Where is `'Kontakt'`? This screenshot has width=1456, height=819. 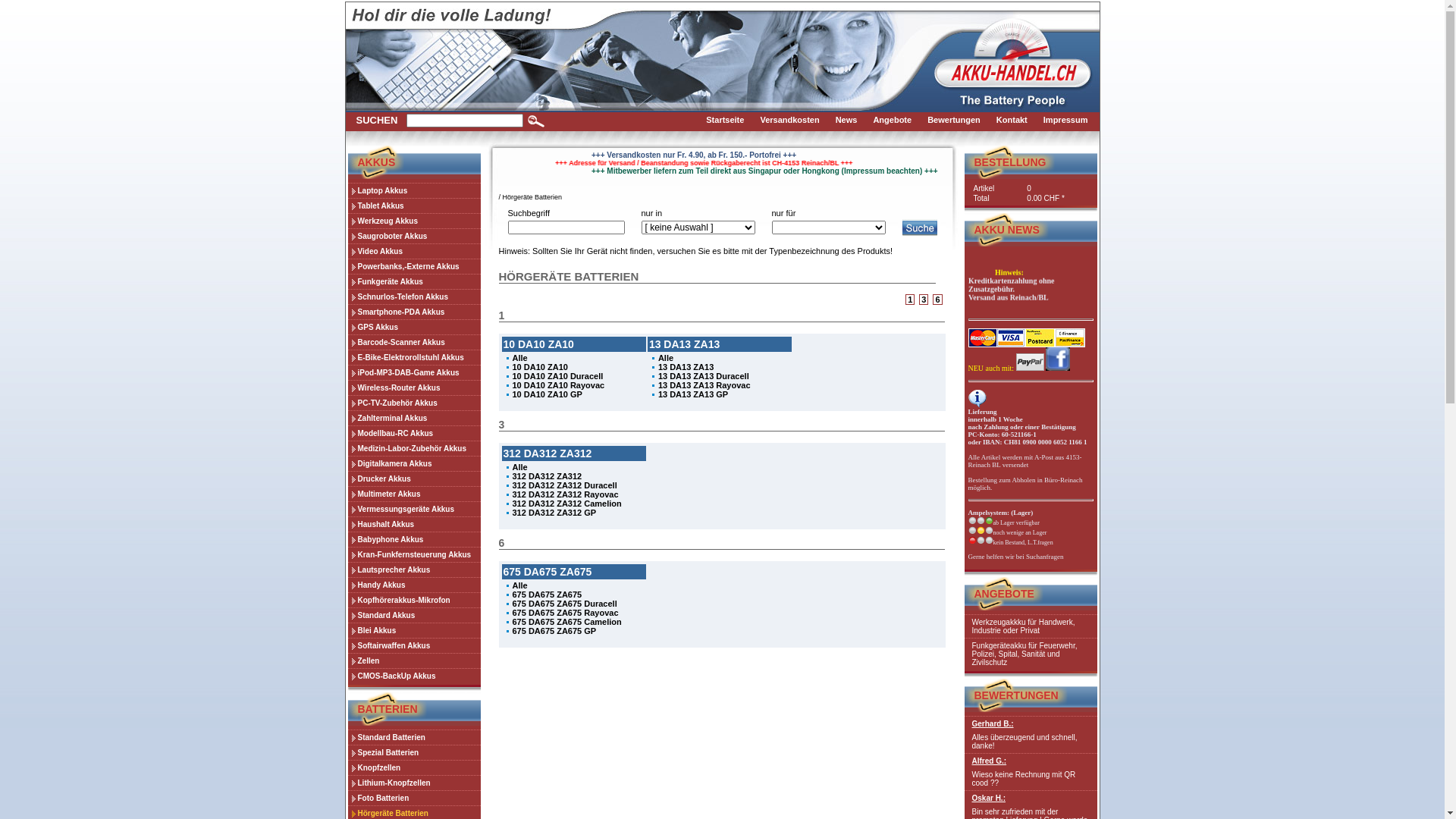
'Kontakt' is located at coordinates (1015, 120).